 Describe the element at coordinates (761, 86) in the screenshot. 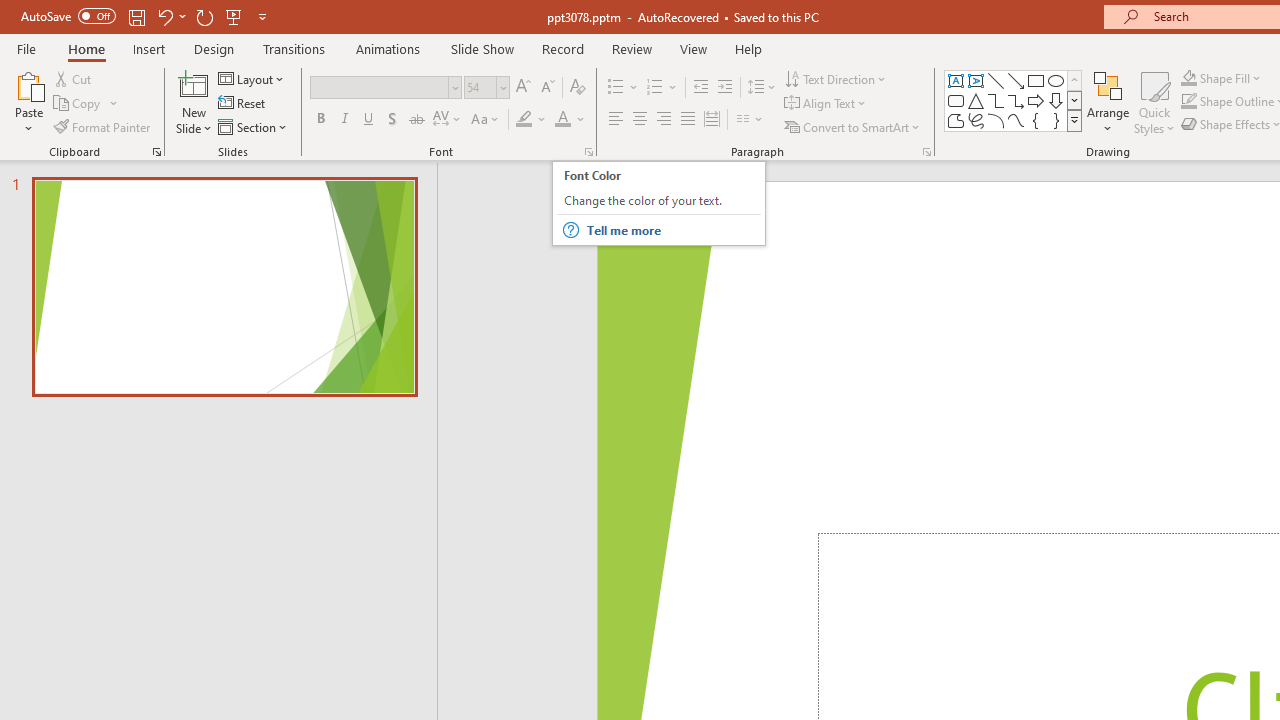

I see `'Line Spacing'` at that location.